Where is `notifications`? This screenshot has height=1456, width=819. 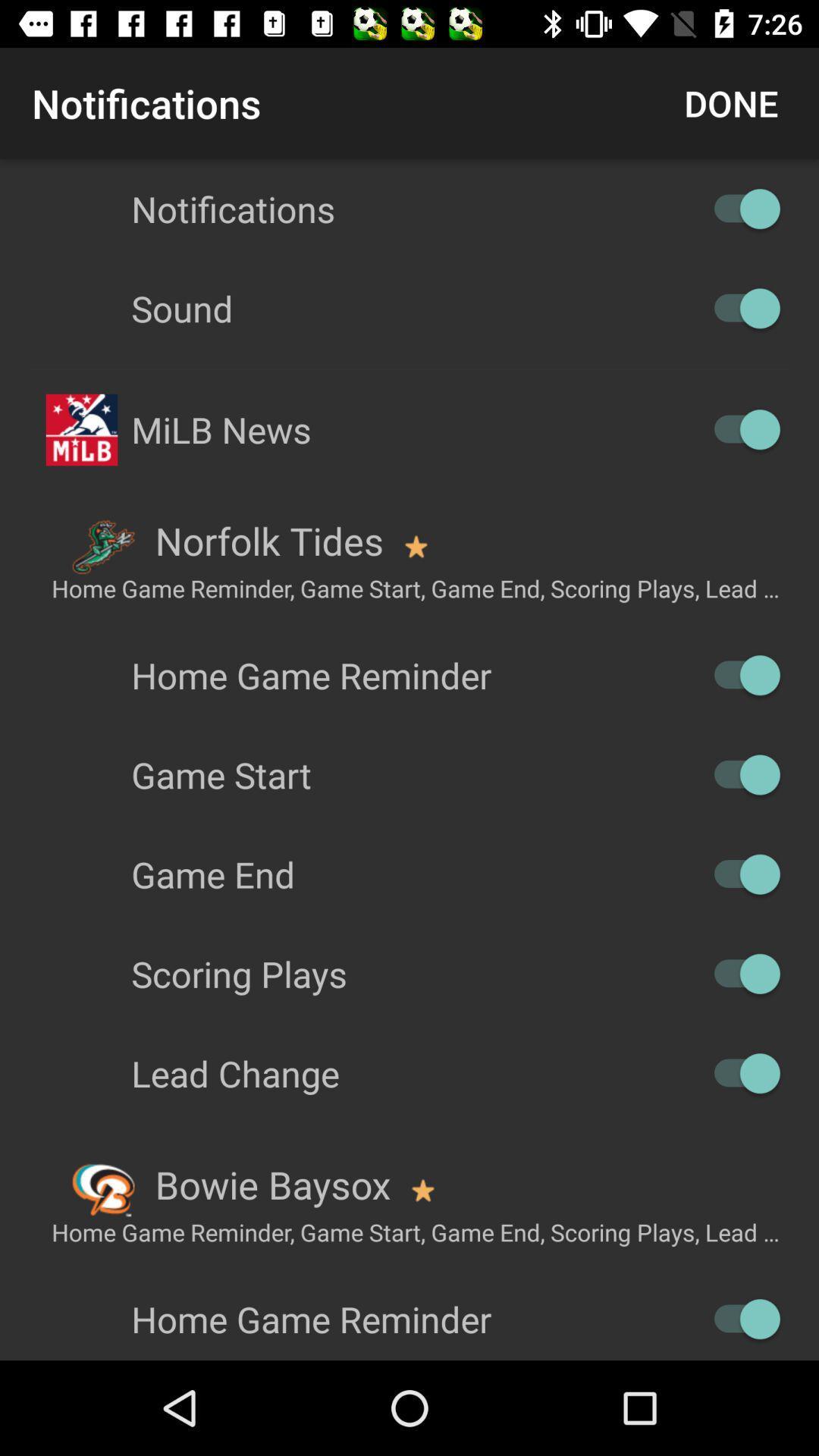
notifications is located at coordinates (739, 208).